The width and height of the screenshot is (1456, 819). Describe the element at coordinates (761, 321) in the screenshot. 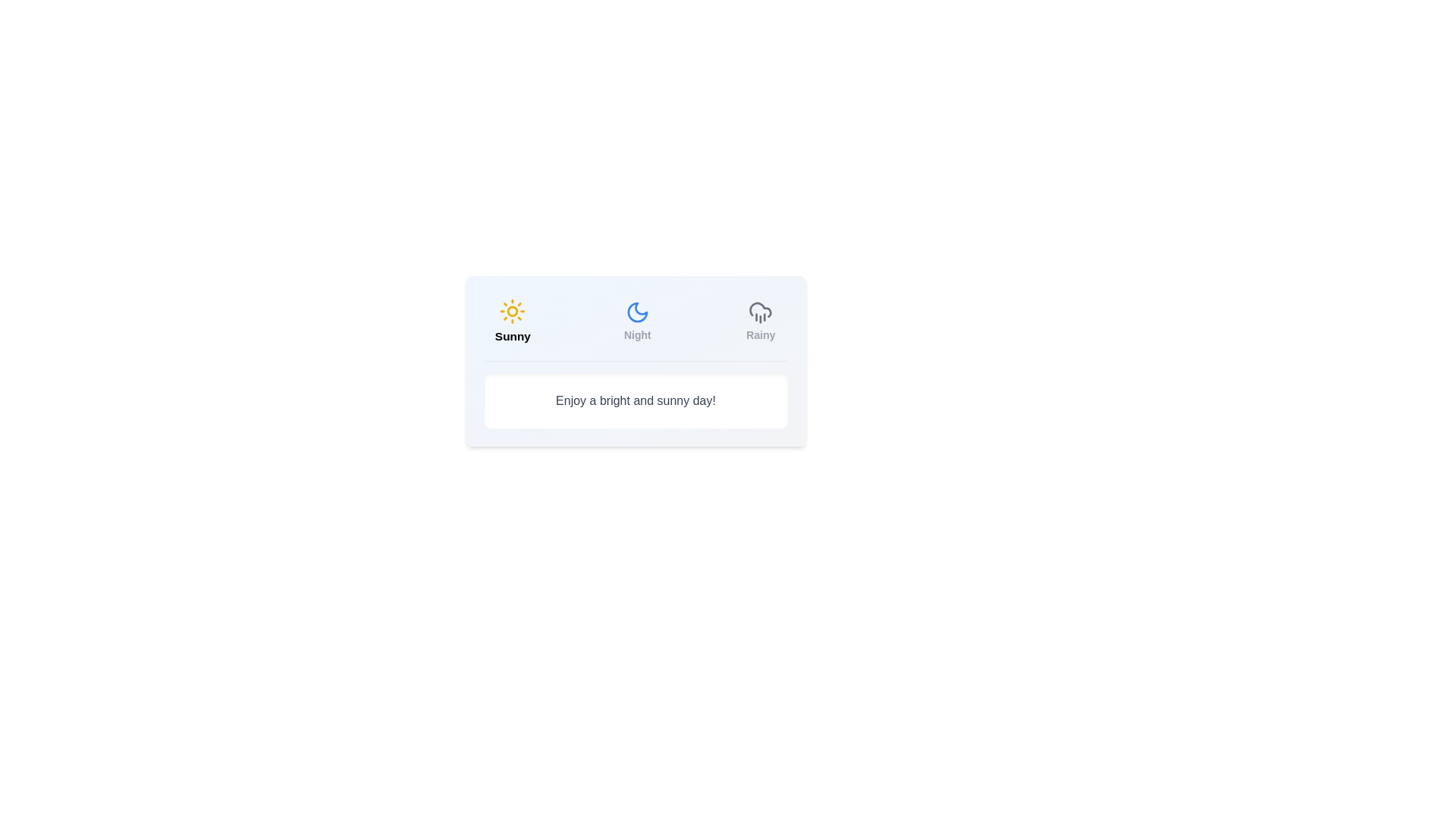

I see `the Rainy tab by clicking on its respective button` at that location.